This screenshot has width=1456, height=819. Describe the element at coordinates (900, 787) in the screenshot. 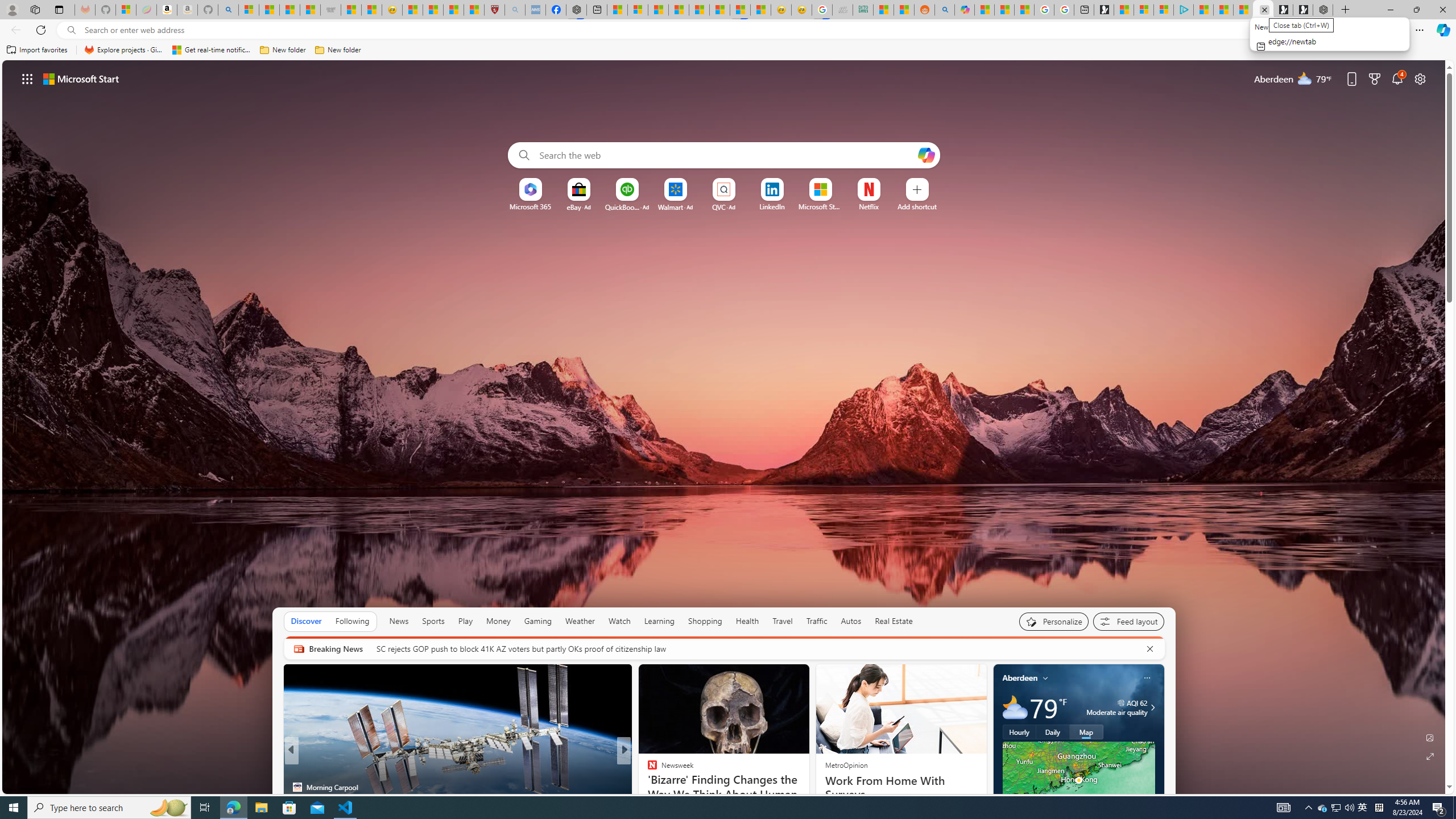

I see `'Work From Home With Surveys'` at that location.